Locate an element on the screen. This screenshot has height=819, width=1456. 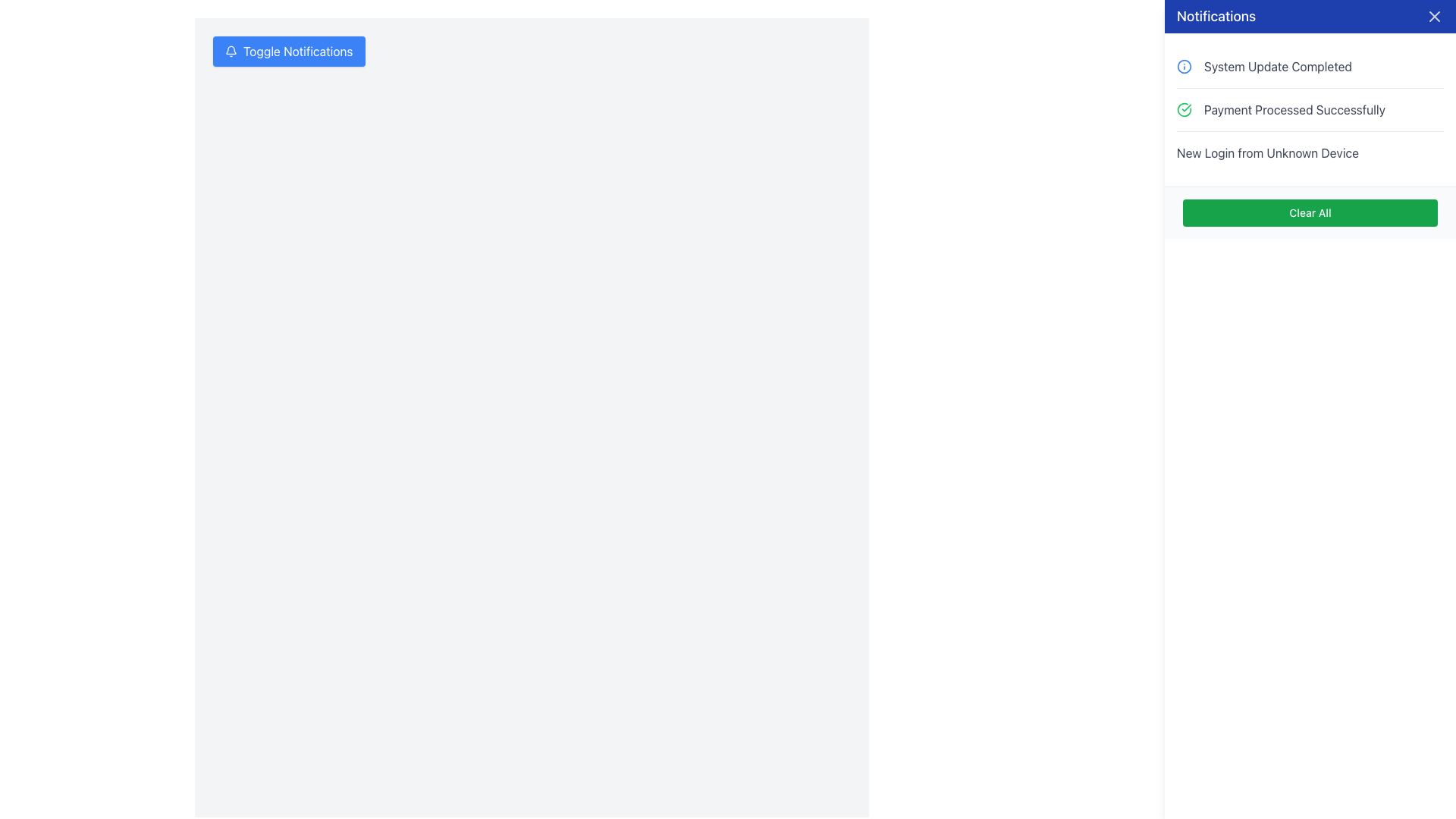
the blue circular SVG icon located next to the 'Notifications' header in the upper right corner of the layout is located at coordinates (1183, 66).